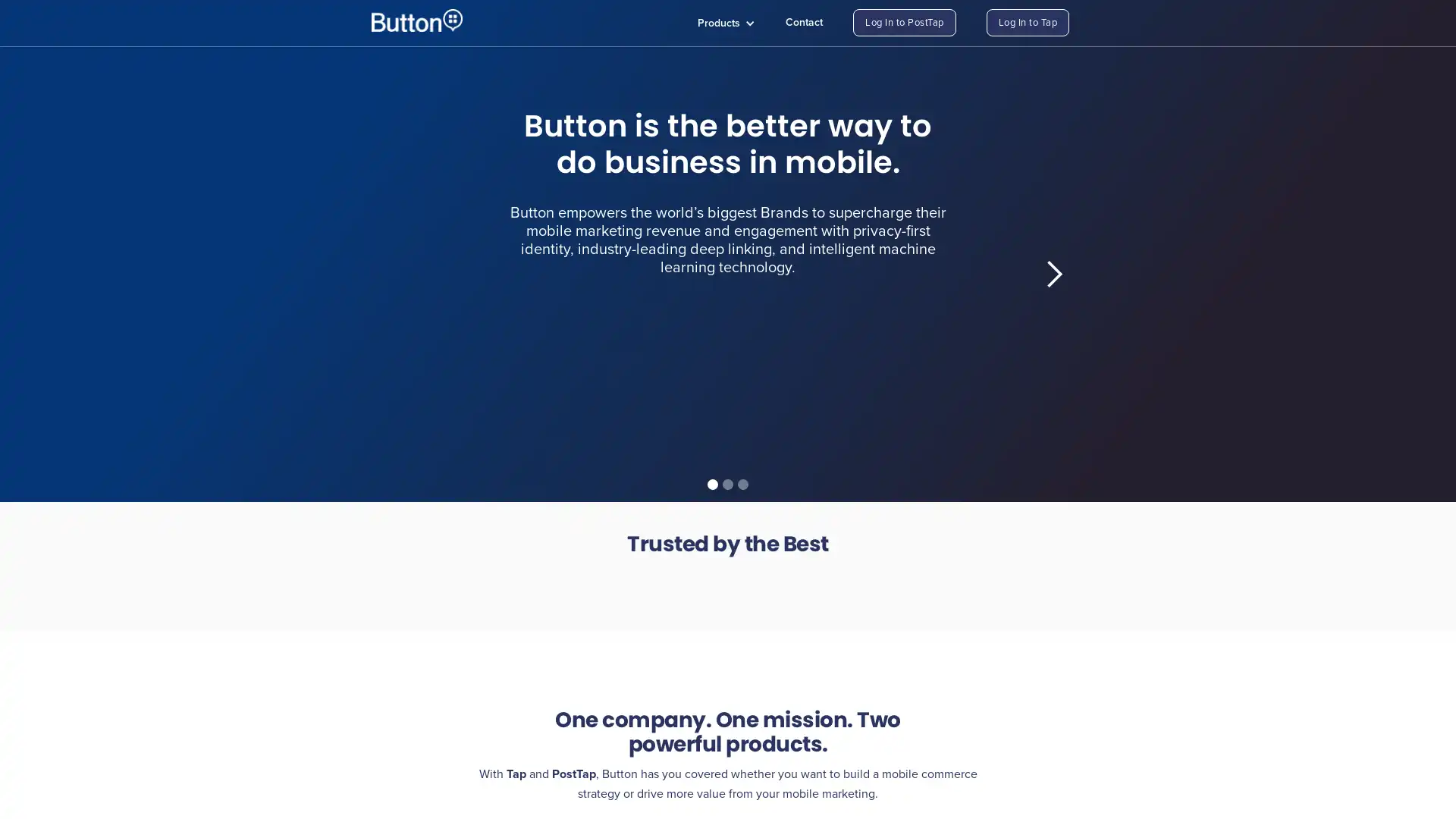 The image size is (1456, 819). Describe the element at coordinates (728, 485) in the screenshot. I see `Show slide 2 of 3` at that location.